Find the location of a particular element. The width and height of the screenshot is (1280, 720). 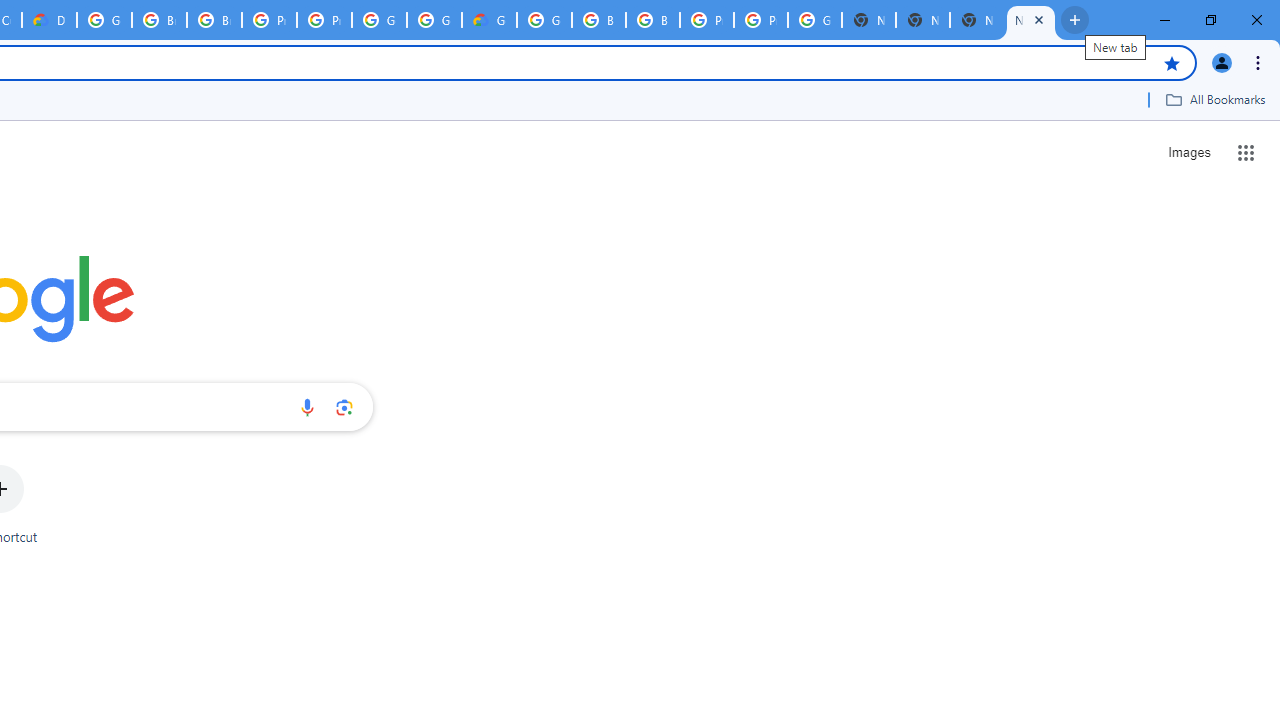

'Google Cloud Platform' is located at coordinates (379, 20).